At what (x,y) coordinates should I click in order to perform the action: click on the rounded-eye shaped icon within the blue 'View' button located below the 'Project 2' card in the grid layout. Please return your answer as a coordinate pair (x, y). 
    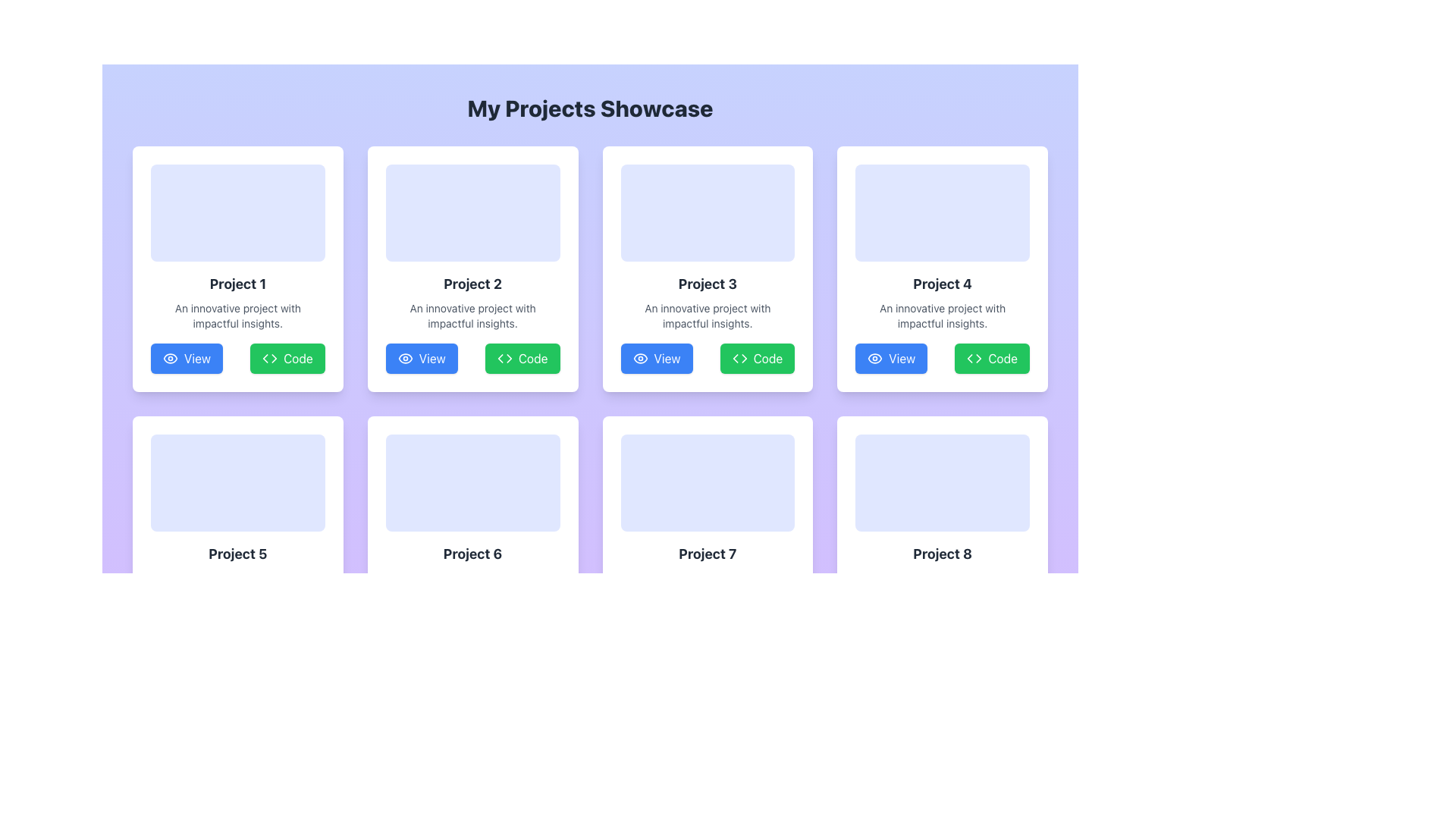
    Looking at the image, I should click on (405, 359).